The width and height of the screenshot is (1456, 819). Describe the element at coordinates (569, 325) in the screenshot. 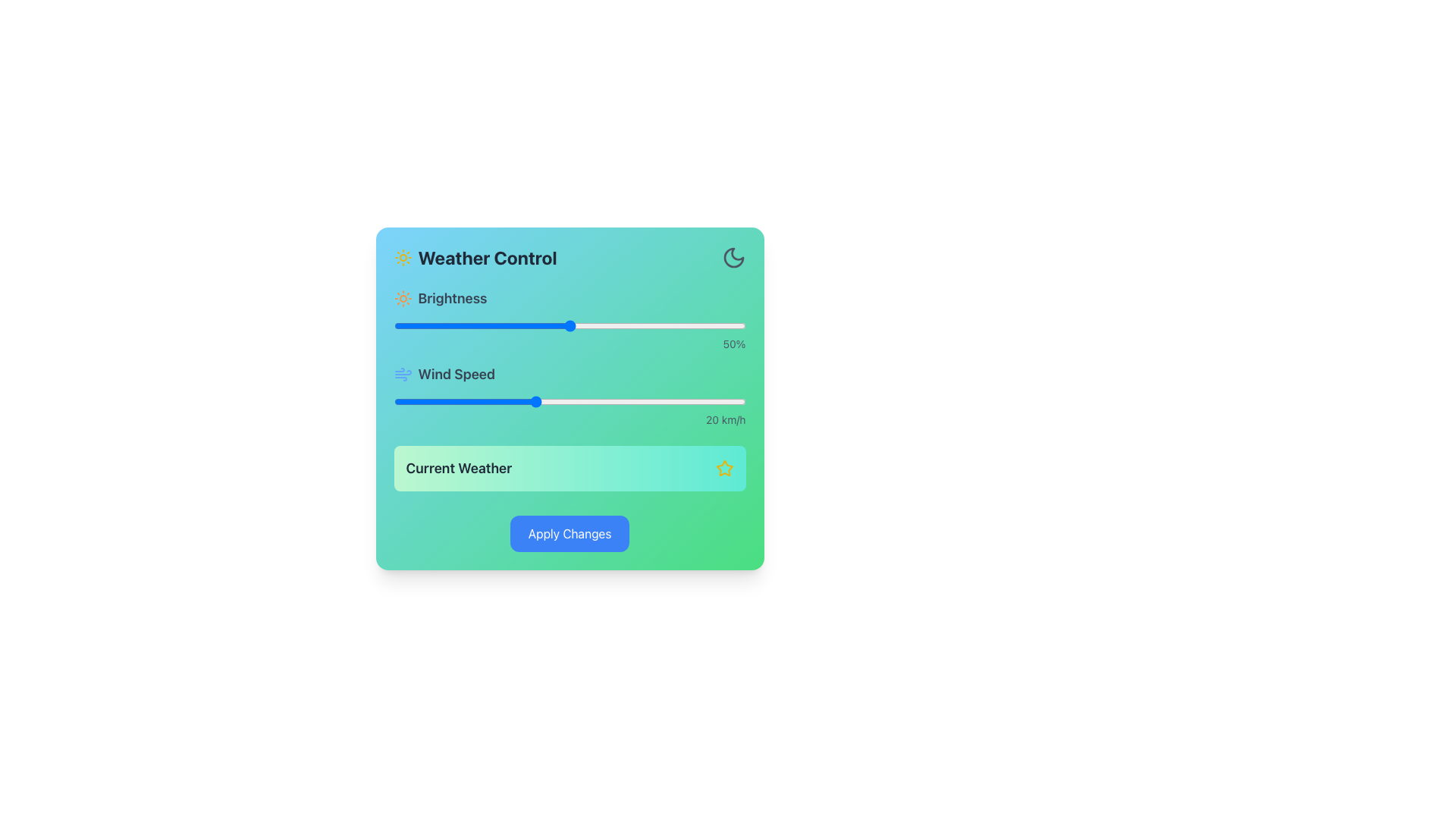

I see `the horizontal slider control for keyboard interaction` at that location.